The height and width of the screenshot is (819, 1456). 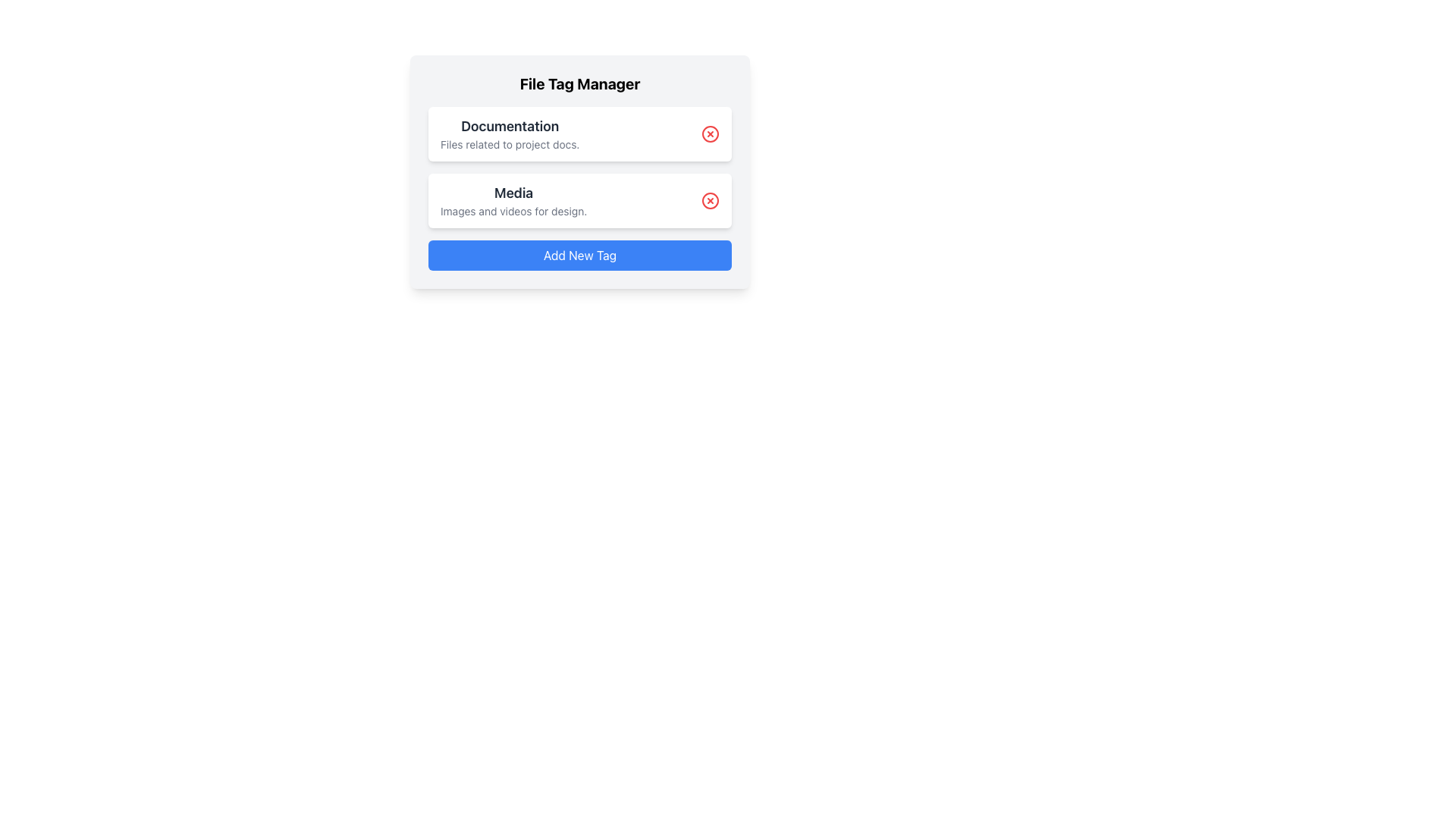 I want to click on the bold text label 'Documentation' located at the top of the 'File Tag Manager' section, which is visually distinct and appears above the text description 'Files related to project docs.', so click(x=510, y=125).